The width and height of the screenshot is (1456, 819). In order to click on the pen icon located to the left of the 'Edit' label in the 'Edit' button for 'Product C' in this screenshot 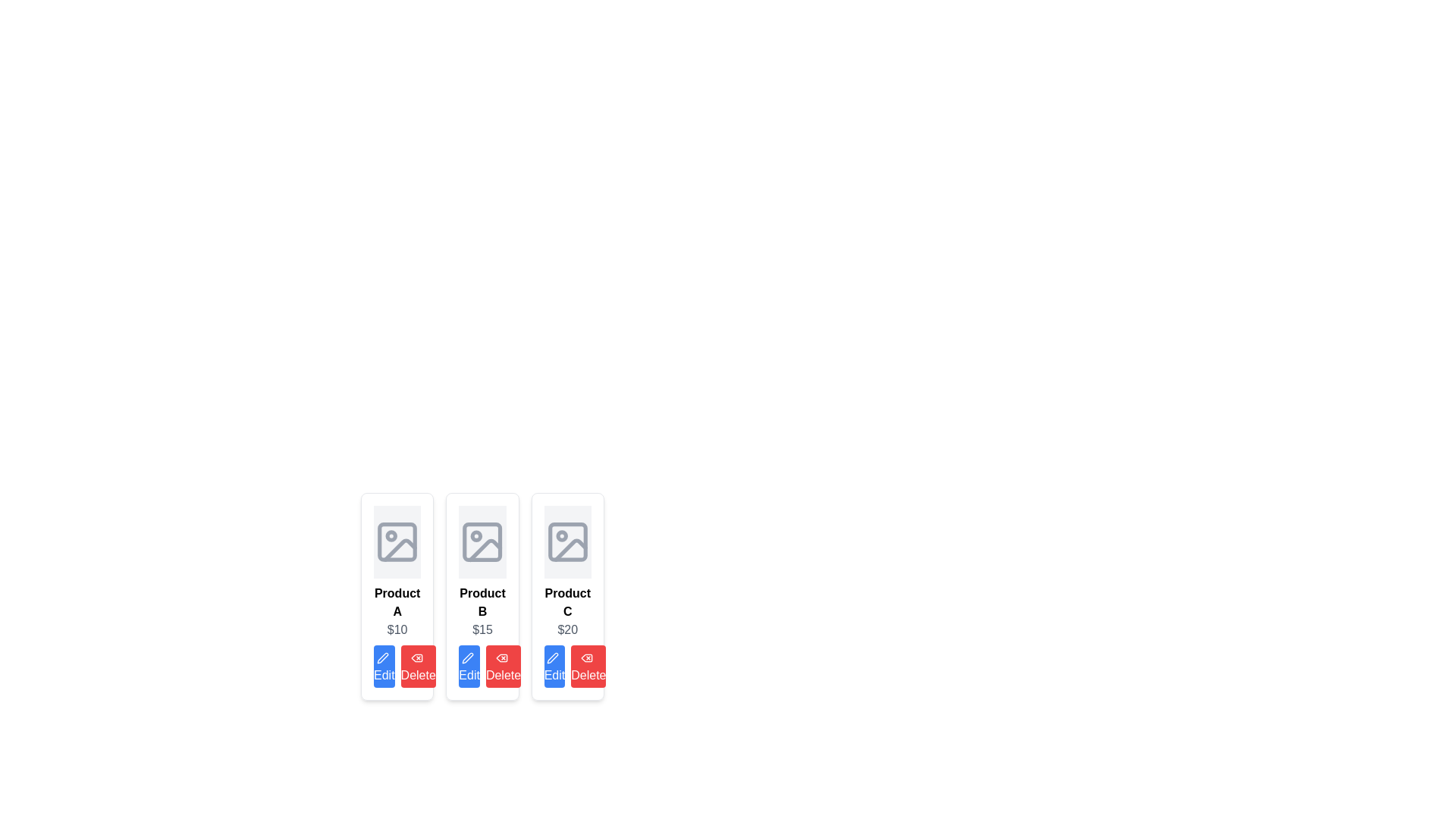, I will do `click(552, 657)`.